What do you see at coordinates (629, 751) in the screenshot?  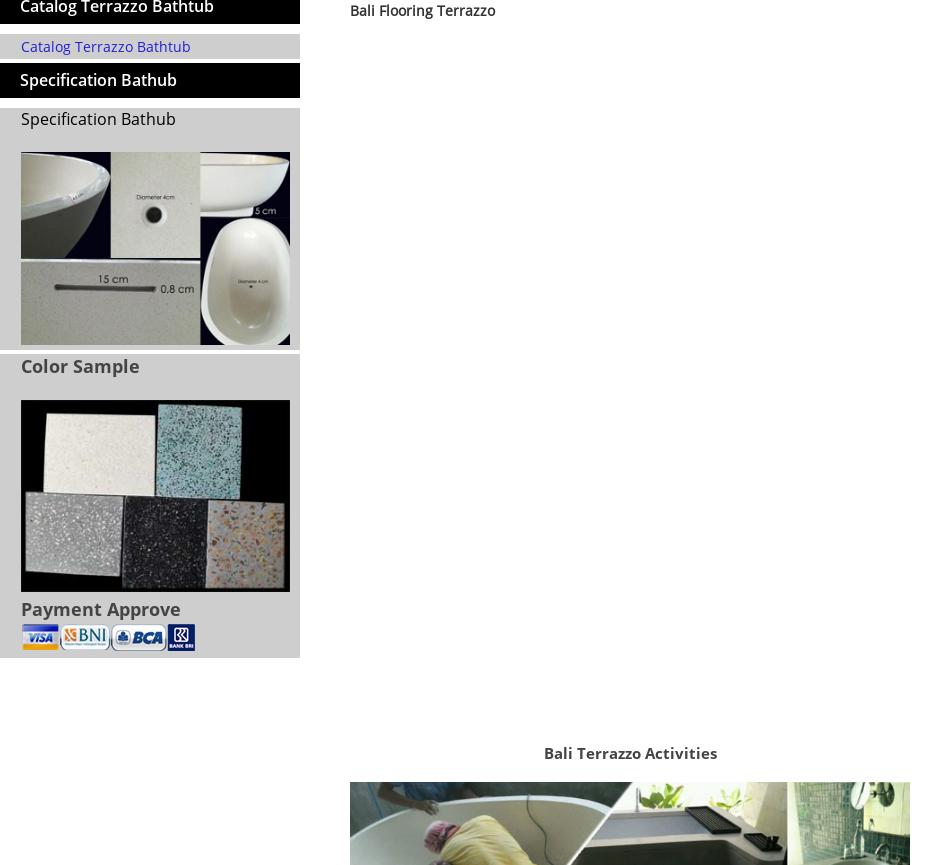 I see `'Bali Terrazzo Activities'` at bounding box center [629, 751].